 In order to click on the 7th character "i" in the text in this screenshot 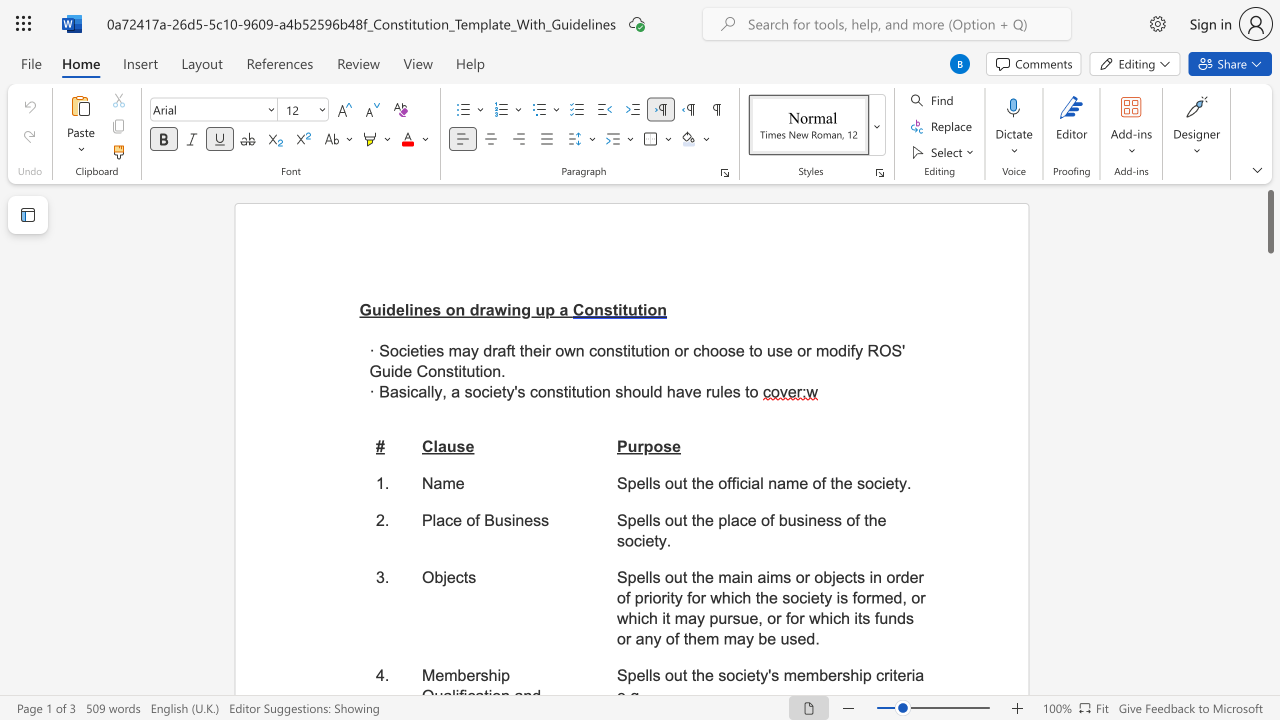, I will do `click(809, 597)`.